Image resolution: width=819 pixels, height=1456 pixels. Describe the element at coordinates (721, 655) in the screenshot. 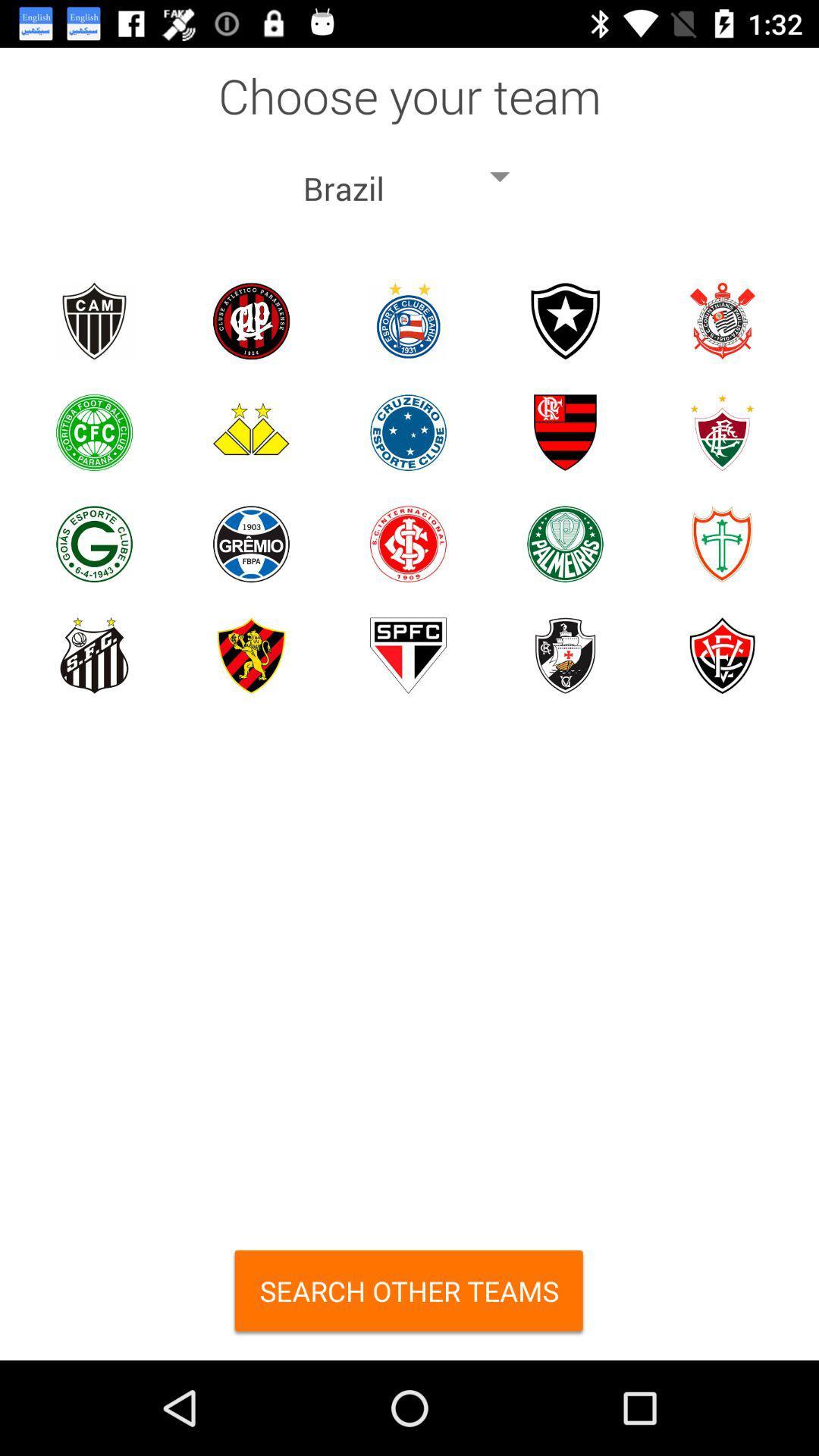

I see `esporte clube vitria` at that location.